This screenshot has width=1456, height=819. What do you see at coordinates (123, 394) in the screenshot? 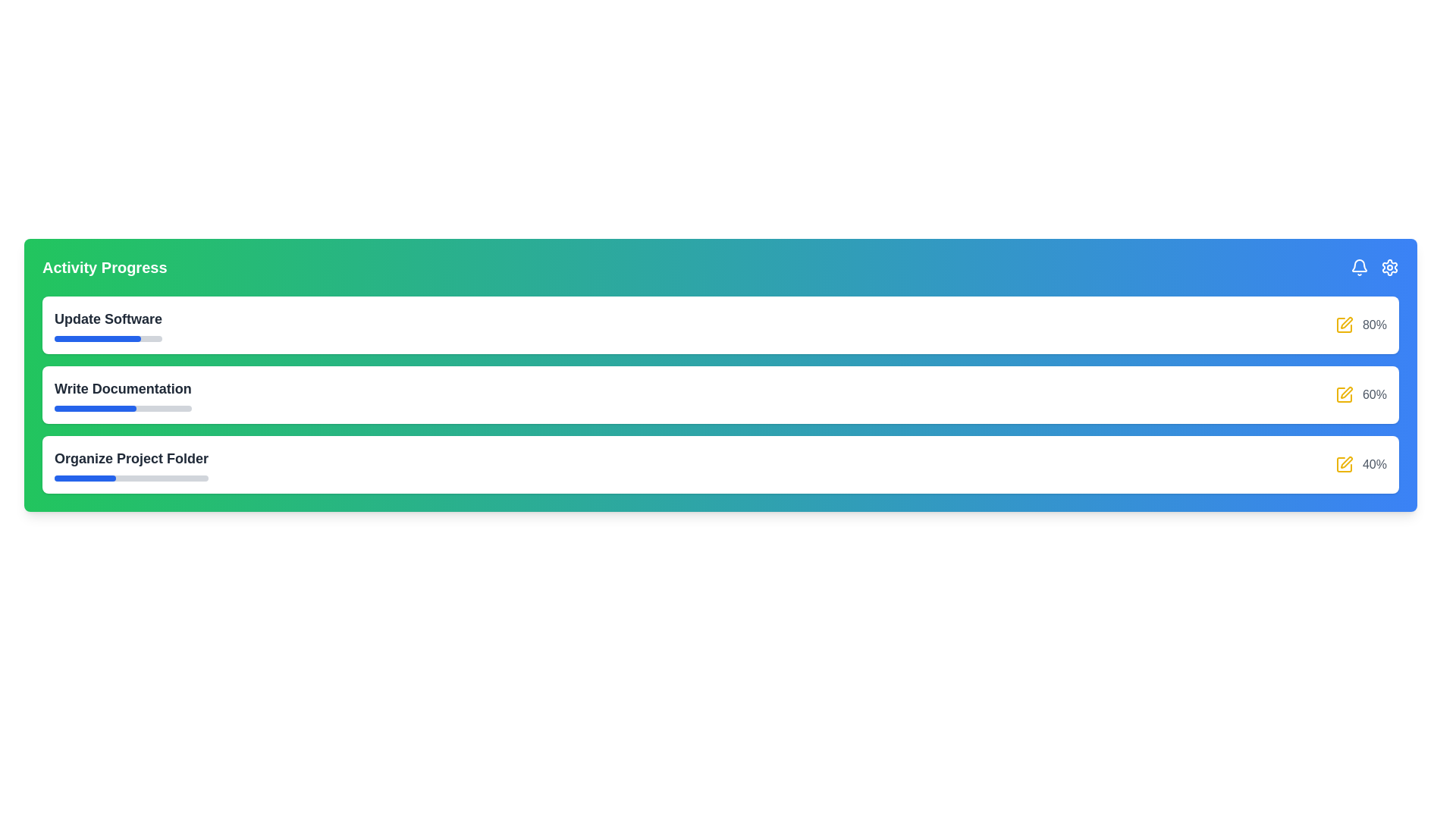
I see `the 'Write Documentation' text in the Task Header with Progress Bar` at bounding box center [123, 394].